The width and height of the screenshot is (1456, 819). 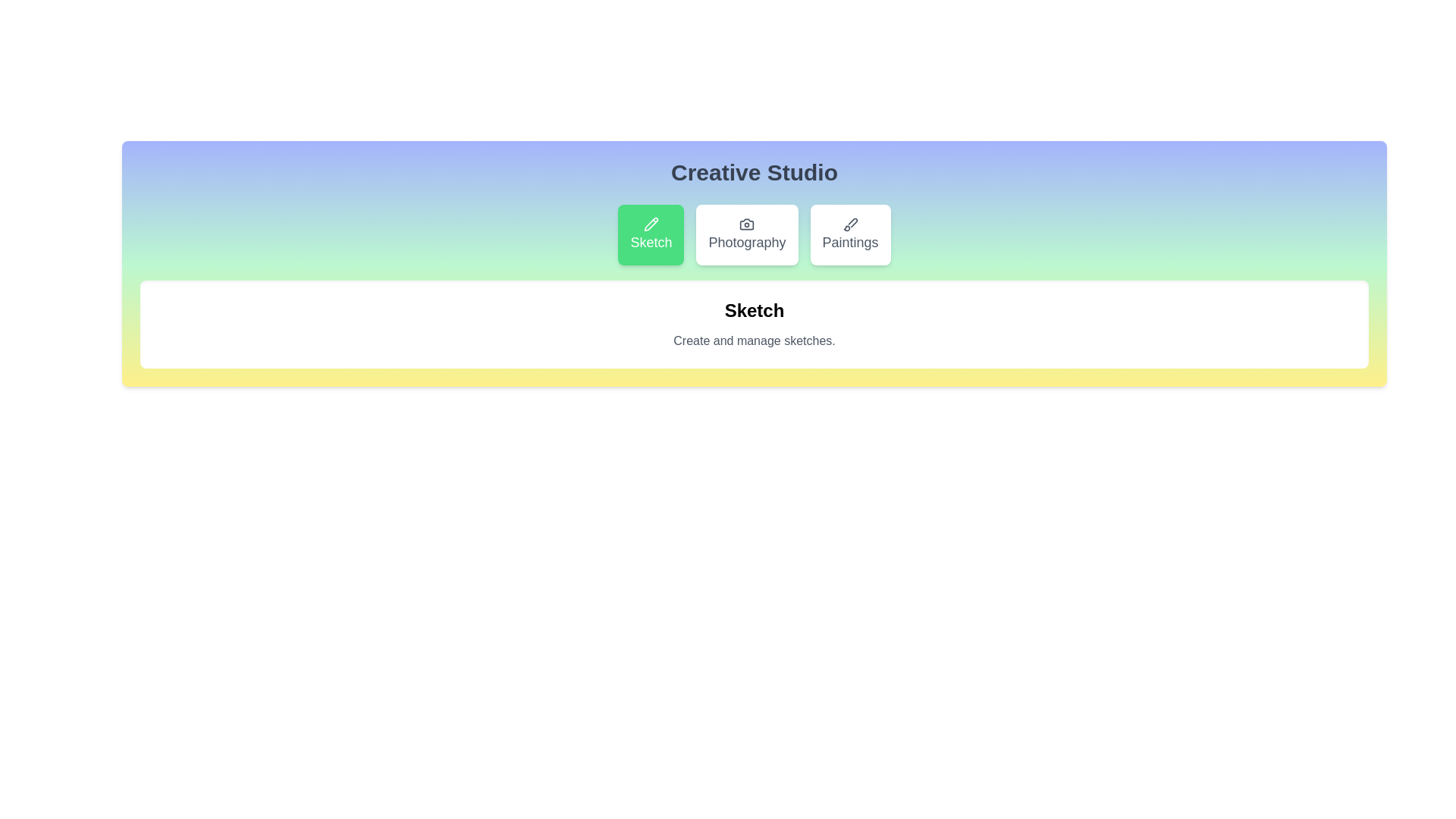 What do you see at coordinates (850, 234) in the screenshot?
I see `the Paintings button to reveal its hover effect` at bounding box center [850, 234].